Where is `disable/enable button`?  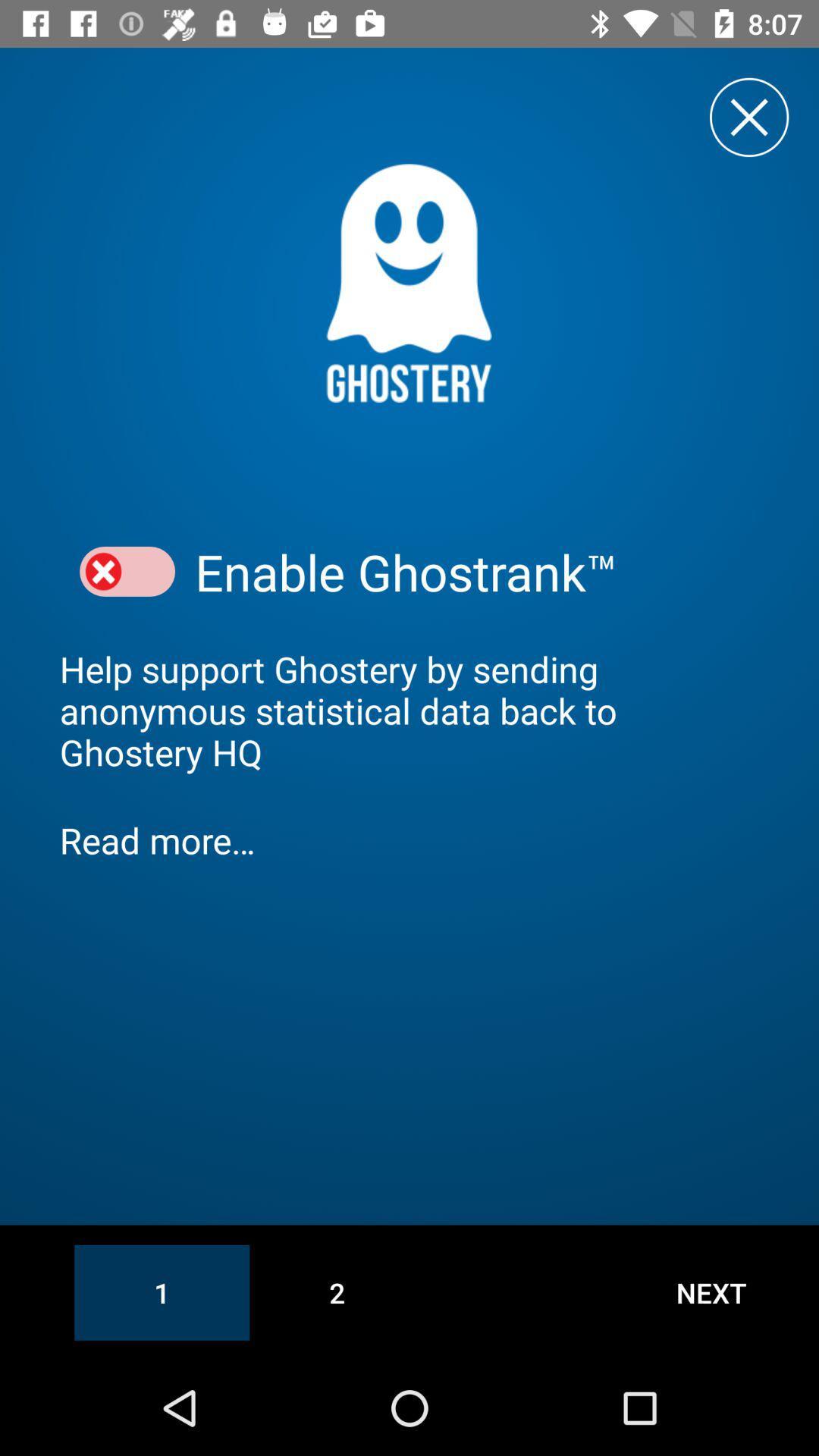
disable/enable button is located at coordinates (127, 571).